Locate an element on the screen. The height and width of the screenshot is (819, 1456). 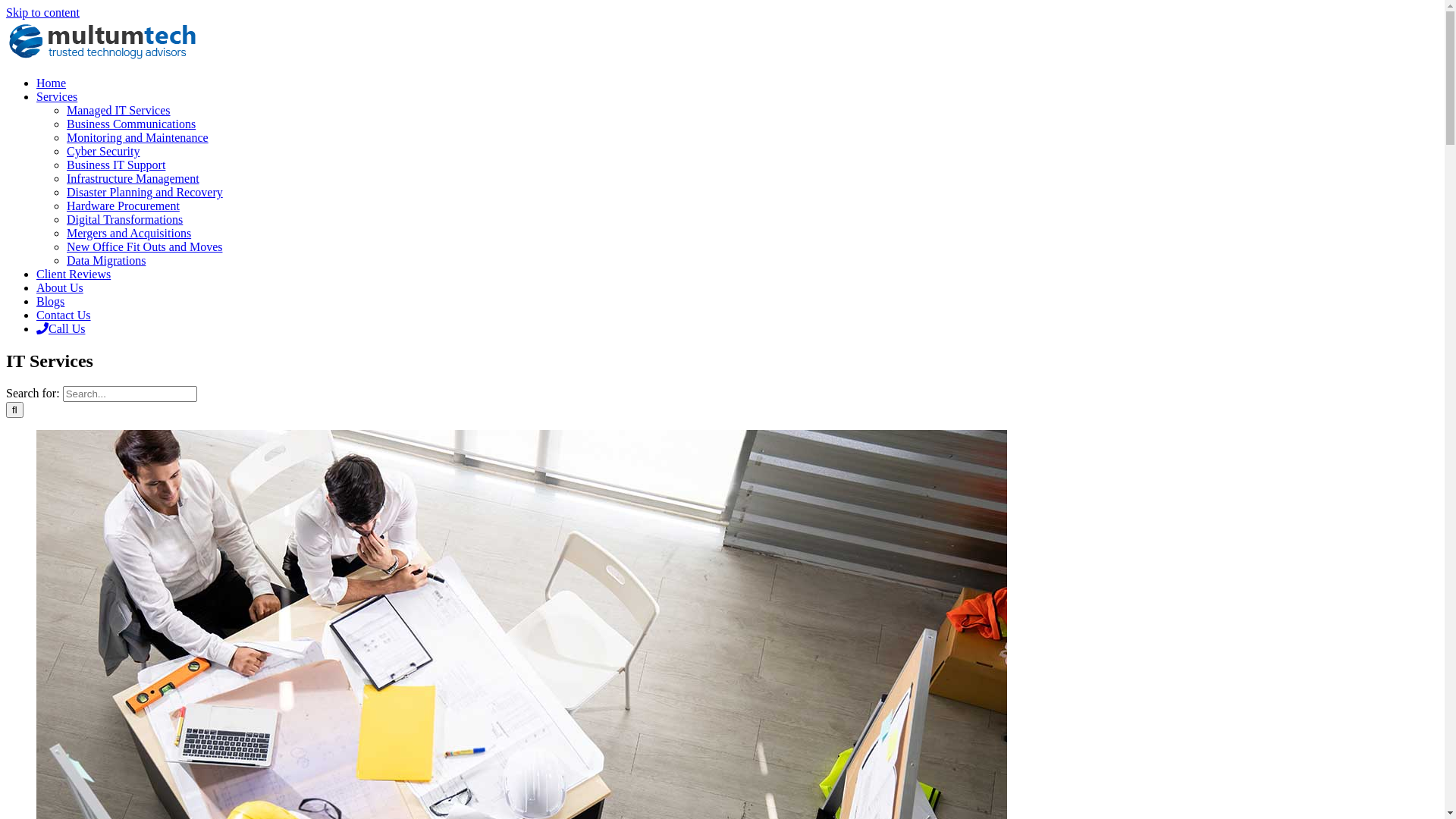
'Digital Transformations' is located at coordinates (124, 219).